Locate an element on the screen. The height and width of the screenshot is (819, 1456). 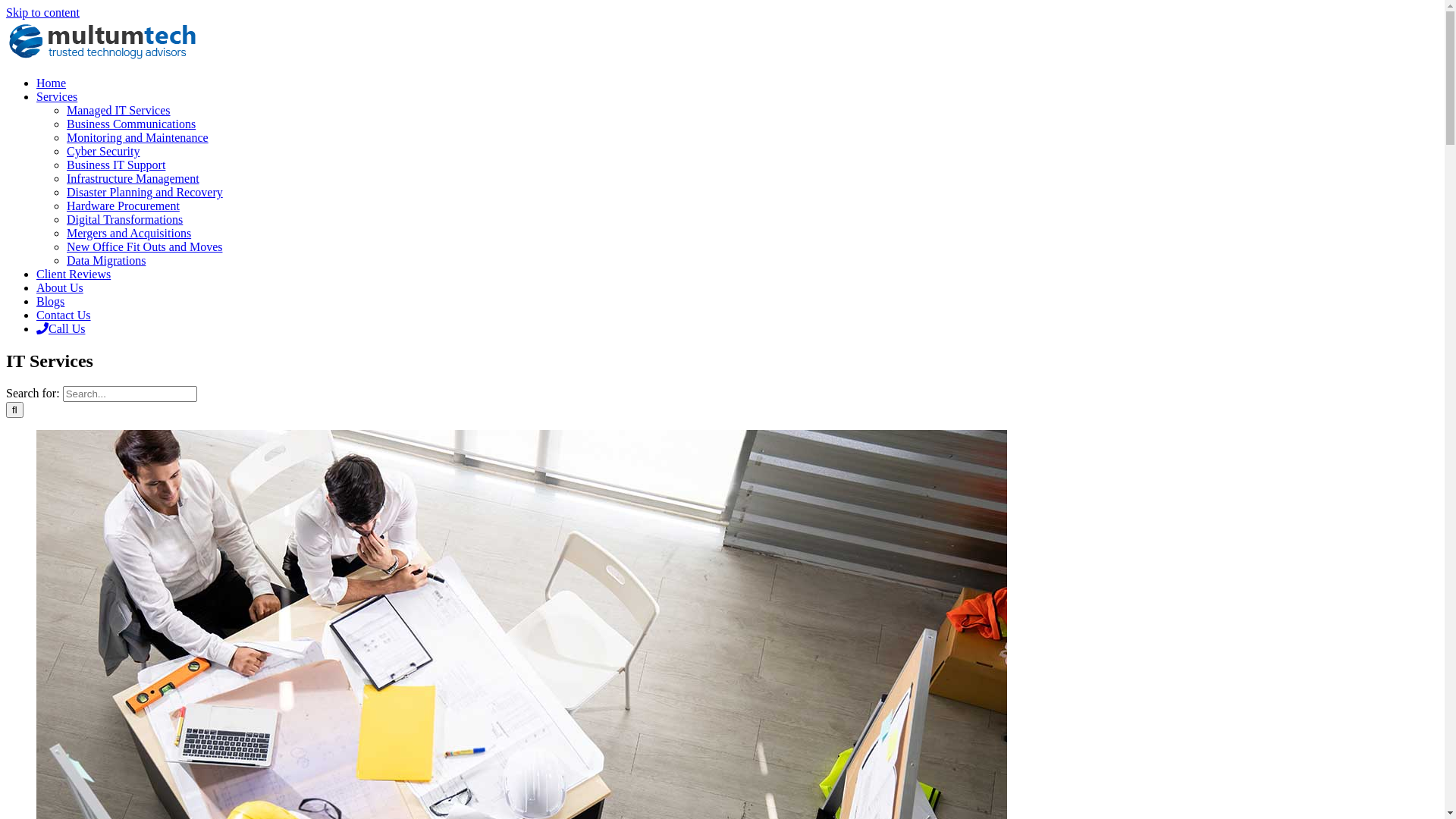
'Digital Transformations' is located at coordinates (124, 219).